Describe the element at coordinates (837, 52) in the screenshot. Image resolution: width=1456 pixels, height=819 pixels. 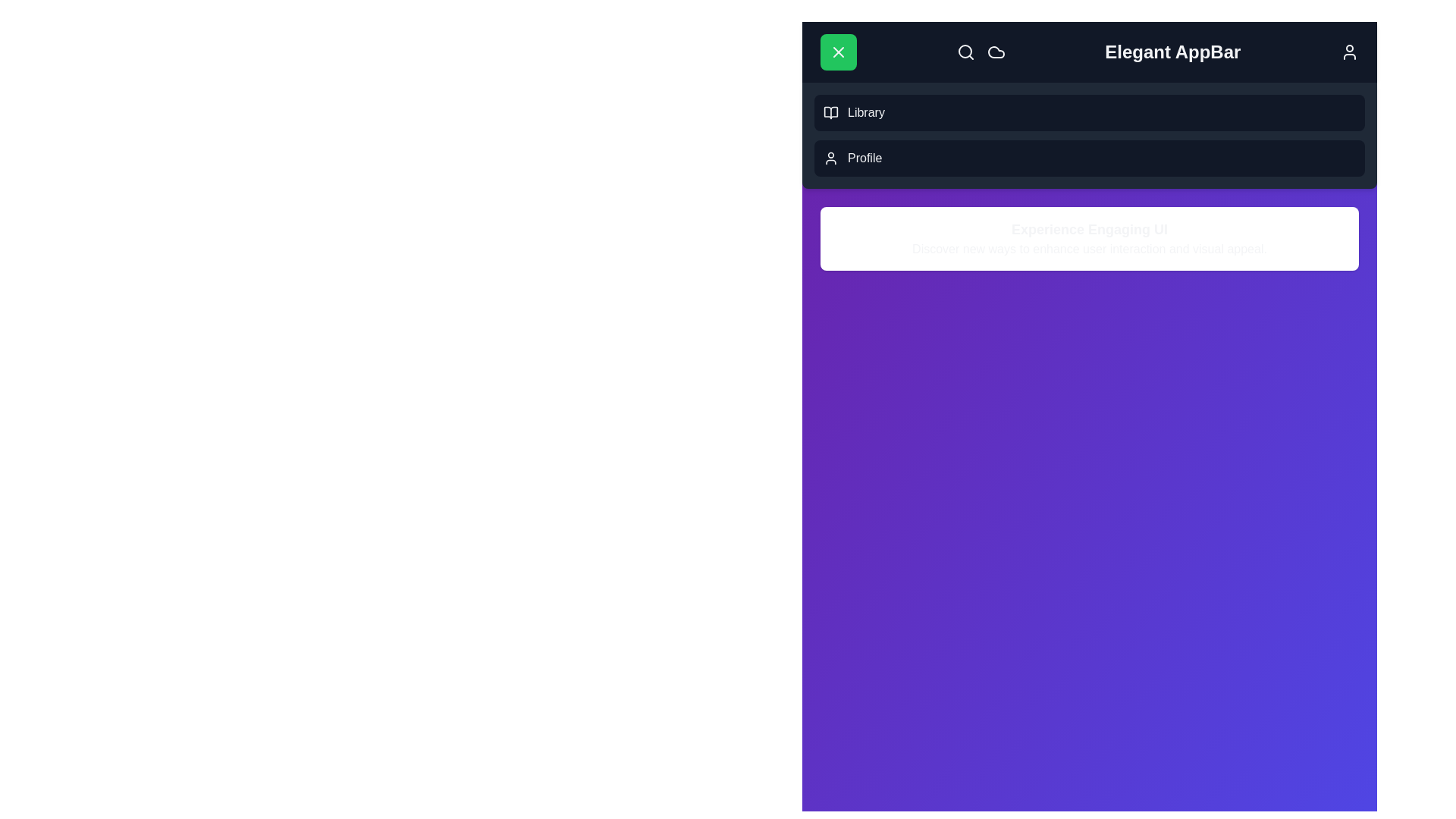
I see `green button to toggle the menu visibility` at that location.